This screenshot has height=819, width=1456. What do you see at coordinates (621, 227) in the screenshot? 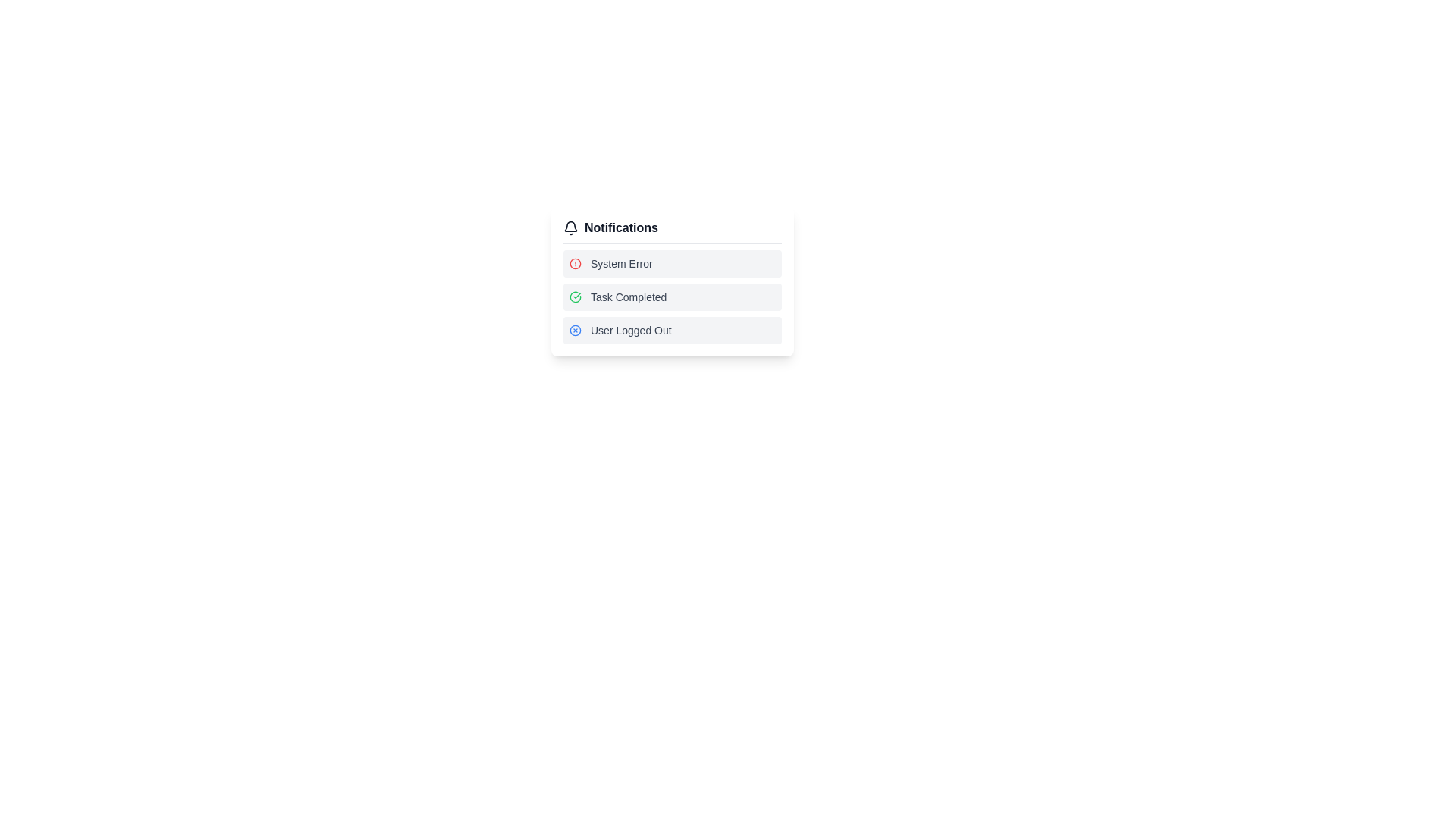
I see `label text which serves as a heading indicating the purpose of the notification section, located to the right of the bell icon at the top of the notification list` at bounding box center [621, 227].